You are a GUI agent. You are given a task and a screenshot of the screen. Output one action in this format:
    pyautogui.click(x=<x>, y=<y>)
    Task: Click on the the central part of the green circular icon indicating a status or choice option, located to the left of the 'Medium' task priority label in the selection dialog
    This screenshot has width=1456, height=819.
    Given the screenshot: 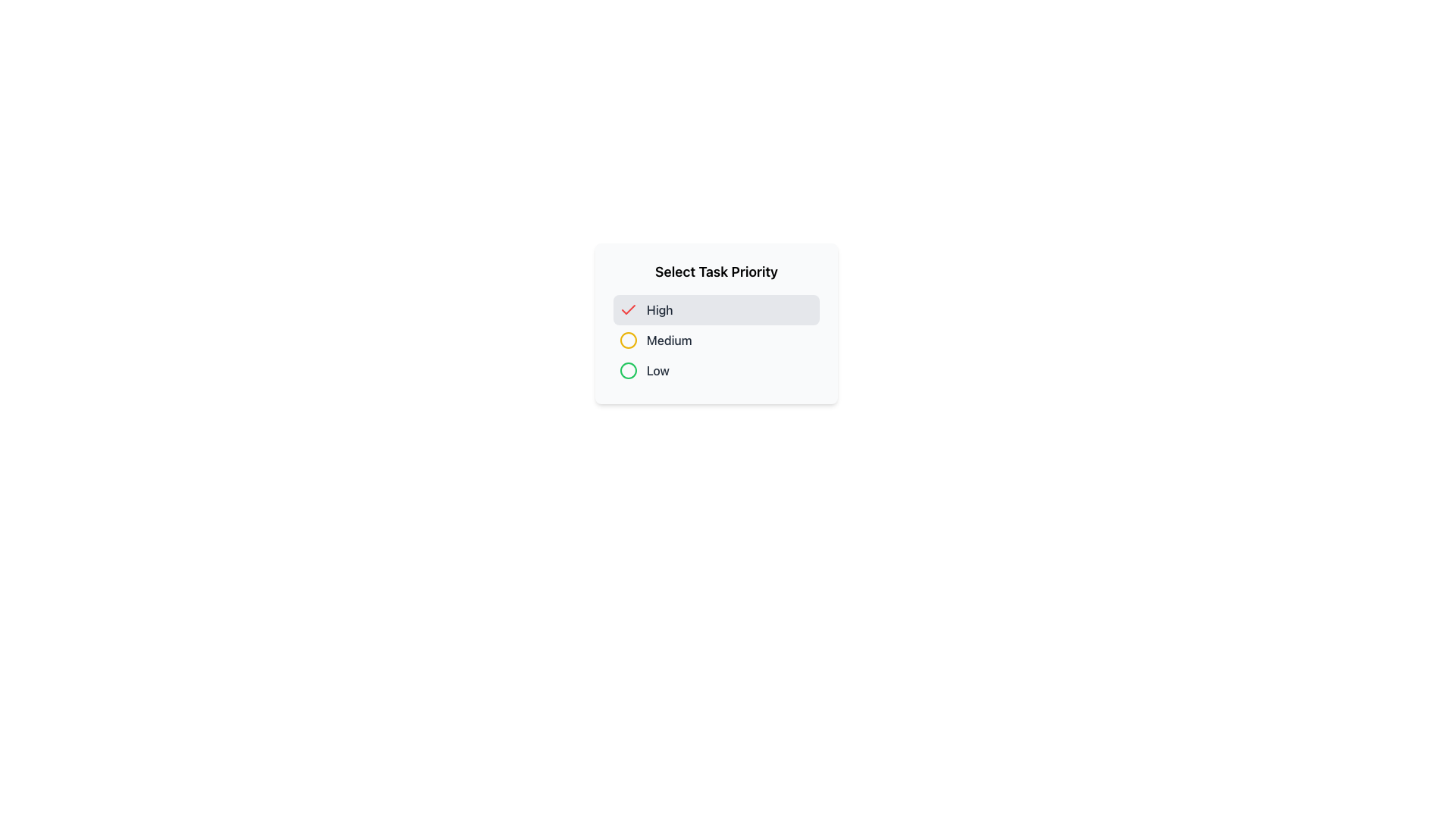 What is the action you would take?
    pyautogui.click(x=629, y=371)
    